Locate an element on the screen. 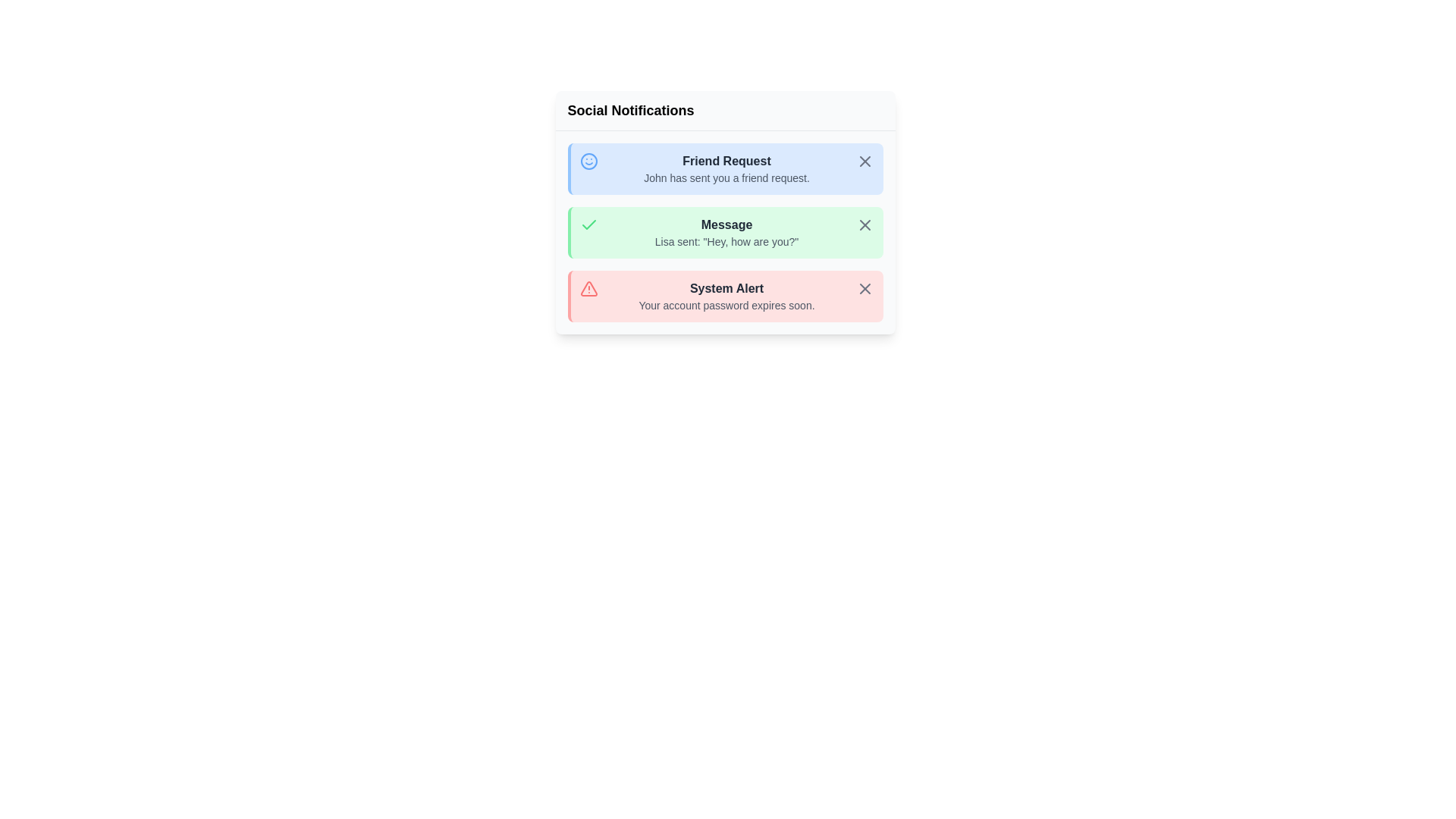  the close button in the top-right corner of the 'Message' notification box to change its color is located at coordinates (864, 225).